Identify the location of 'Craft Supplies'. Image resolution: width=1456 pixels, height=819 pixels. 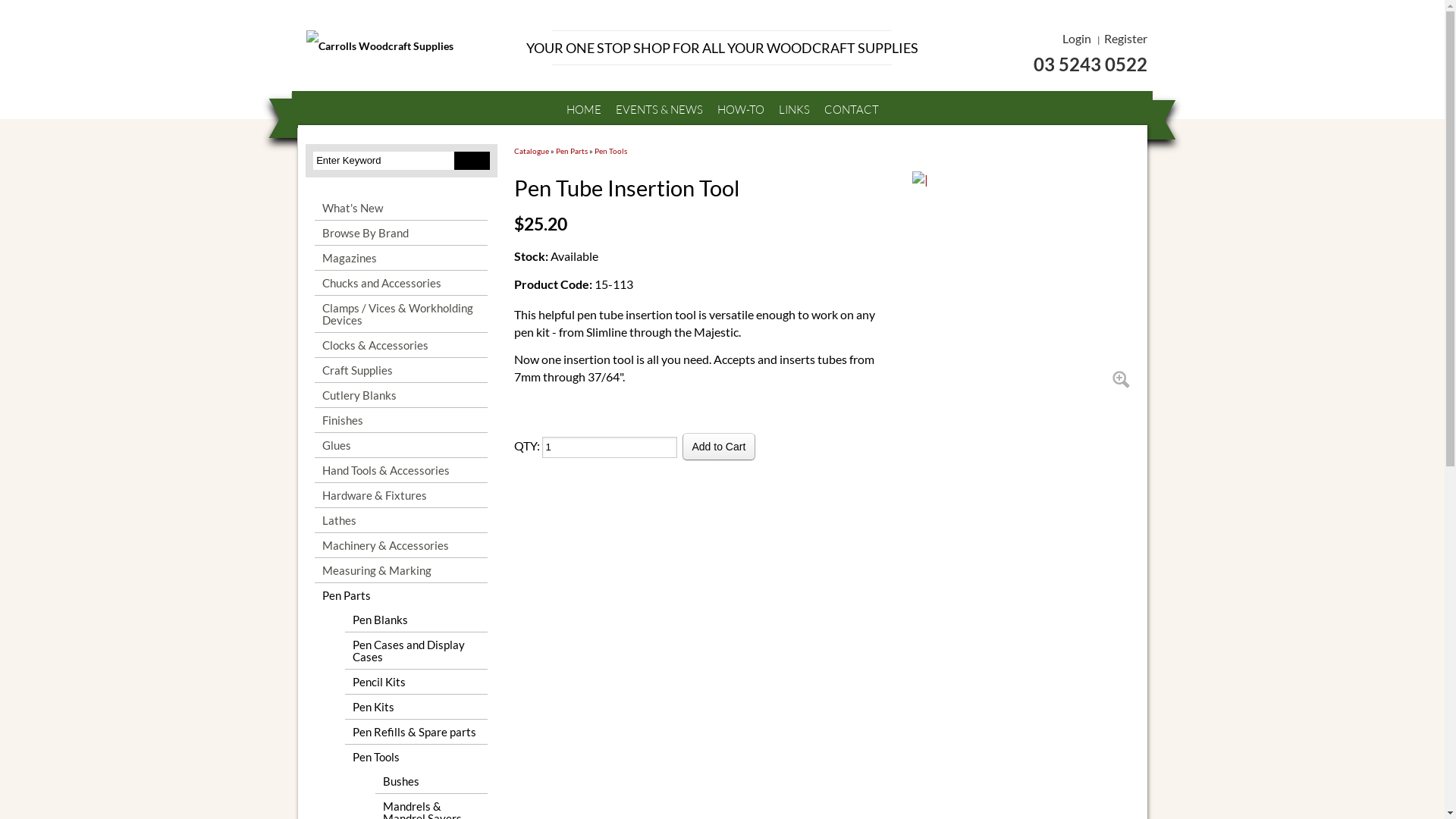
(400, 370).